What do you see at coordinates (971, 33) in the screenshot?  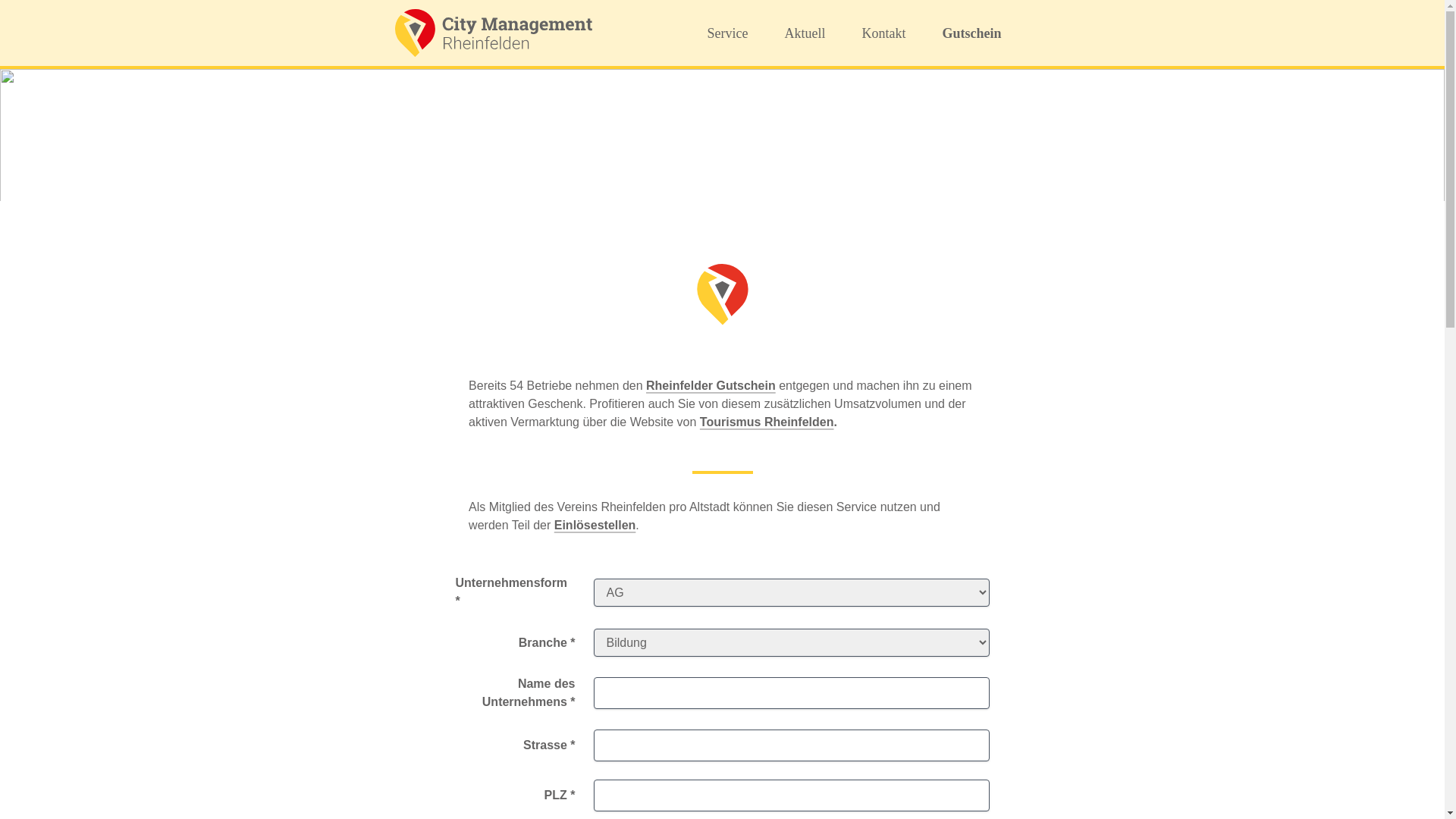 I see `'Gutschein'` at bounding box center [971, 33].